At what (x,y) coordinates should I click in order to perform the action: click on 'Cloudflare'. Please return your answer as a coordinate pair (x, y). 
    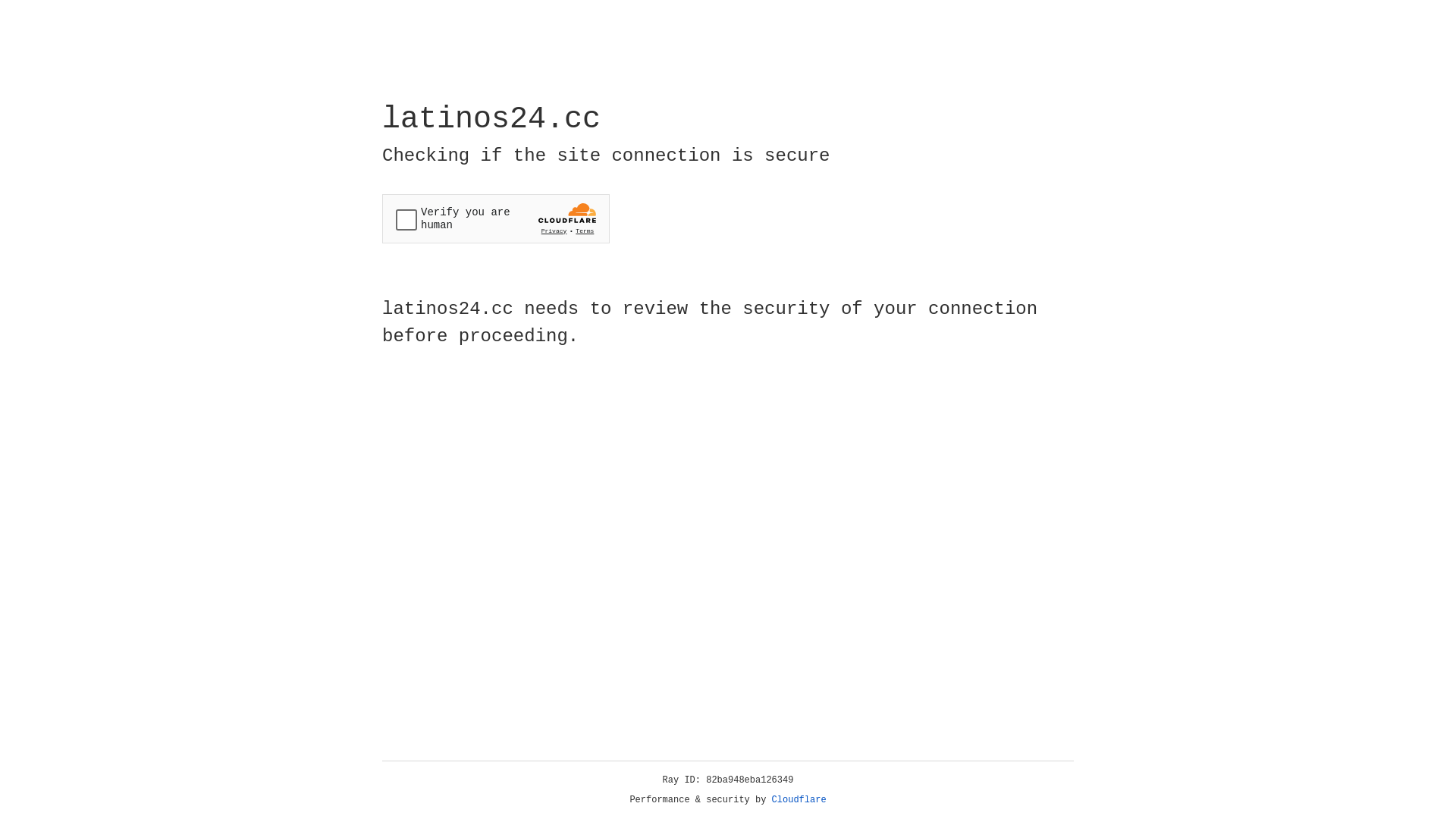
    Looking at the image, I should click on (799, 799).